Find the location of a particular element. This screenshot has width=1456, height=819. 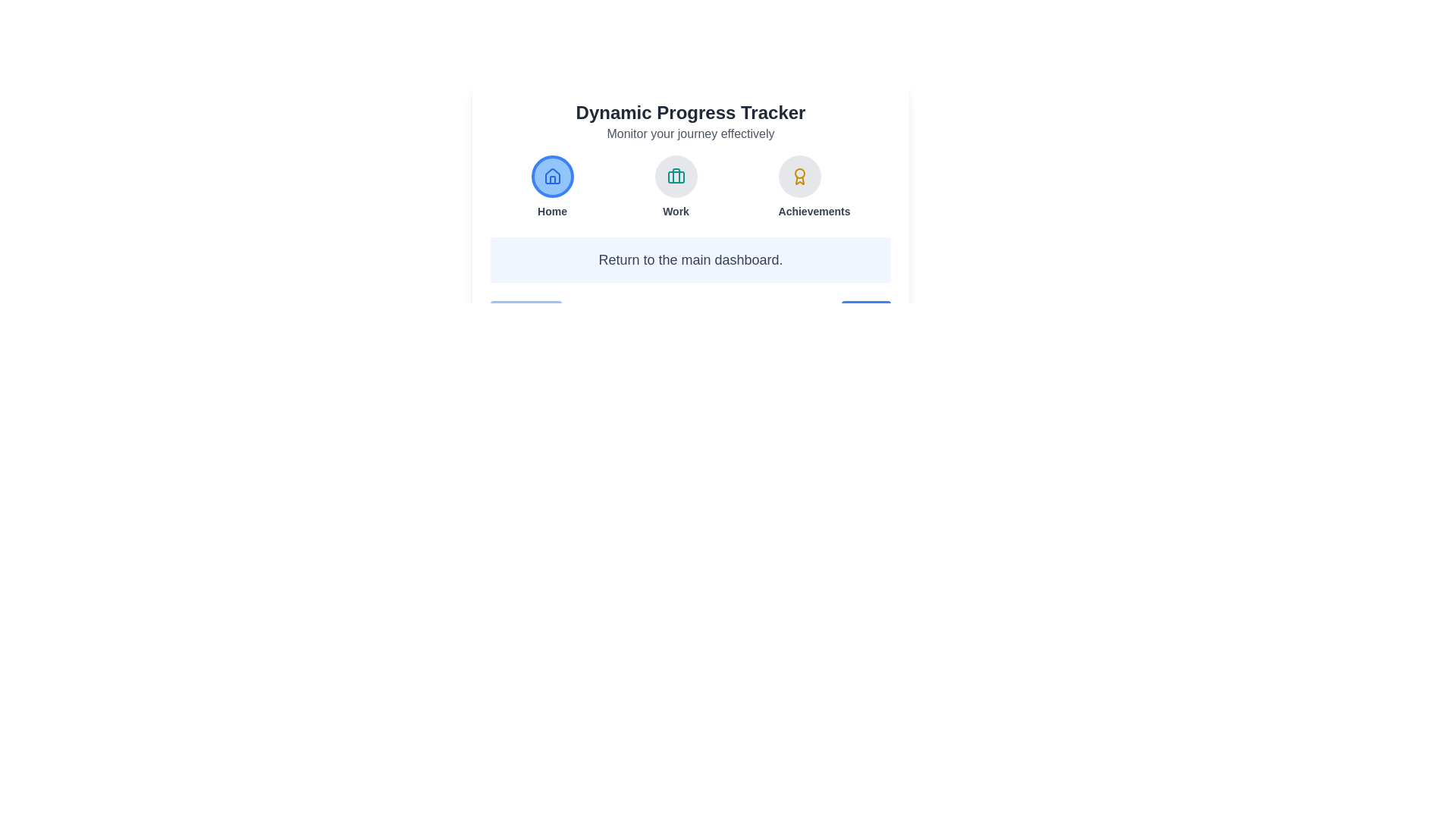

the Previous button to navigate between steps is located at coordinates (526, 315).